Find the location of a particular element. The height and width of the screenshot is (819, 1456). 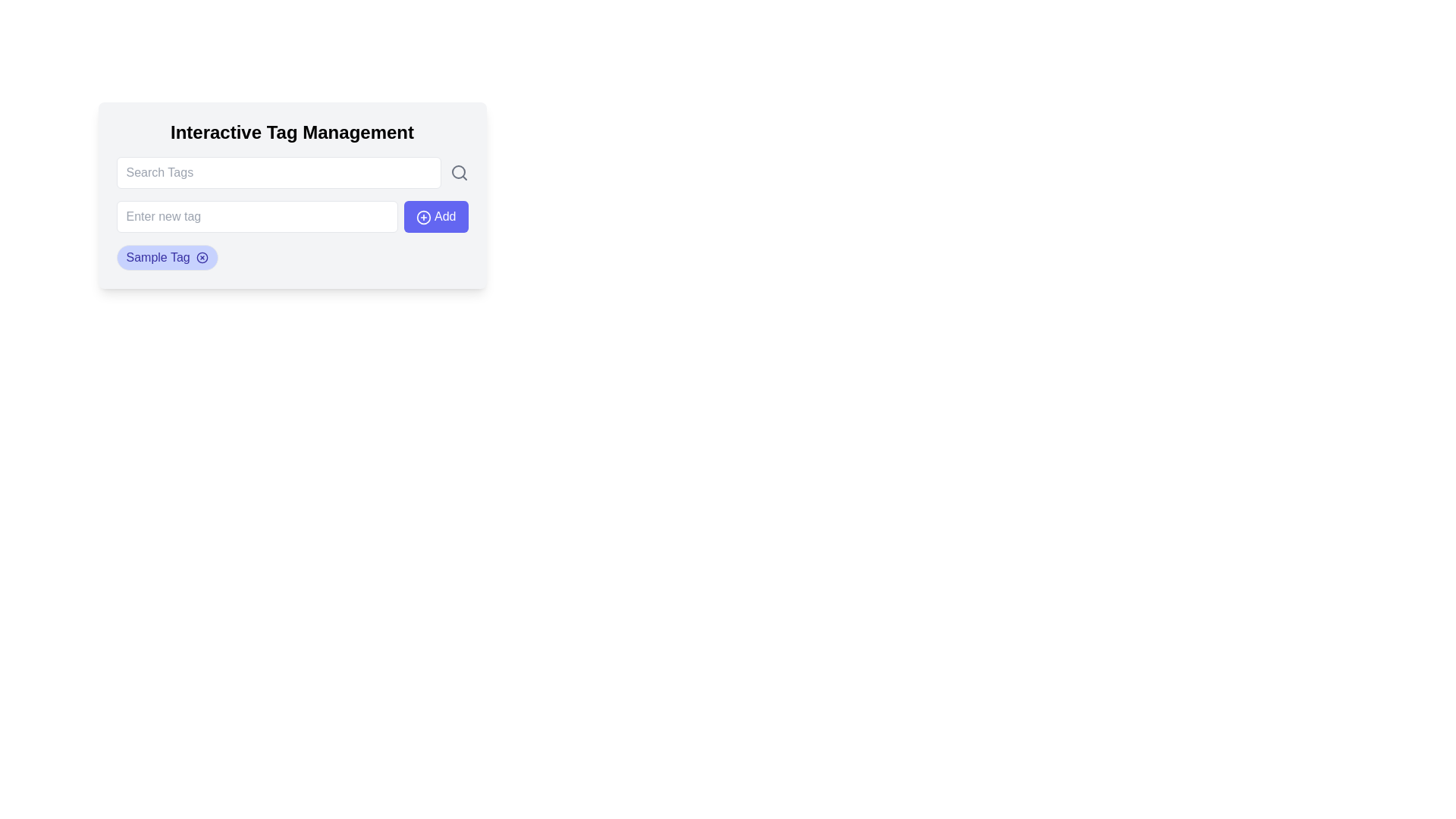

the 'Sample Tag' label with blue text color and rounded indigo background is located at coordinates (158, 256).